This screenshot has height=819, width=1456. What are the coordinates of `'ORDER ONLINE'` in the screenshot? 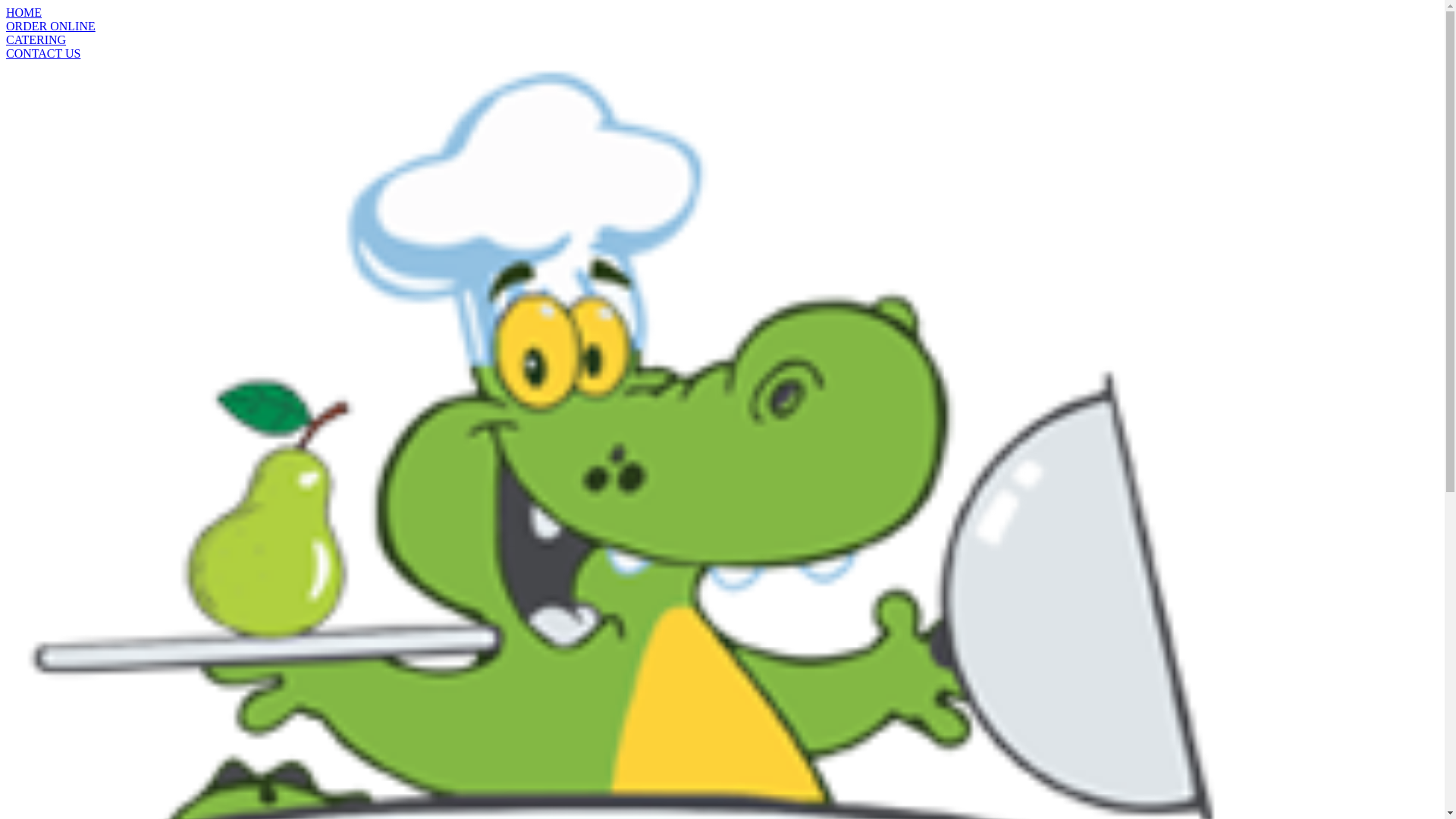 It's located at (721, 26).